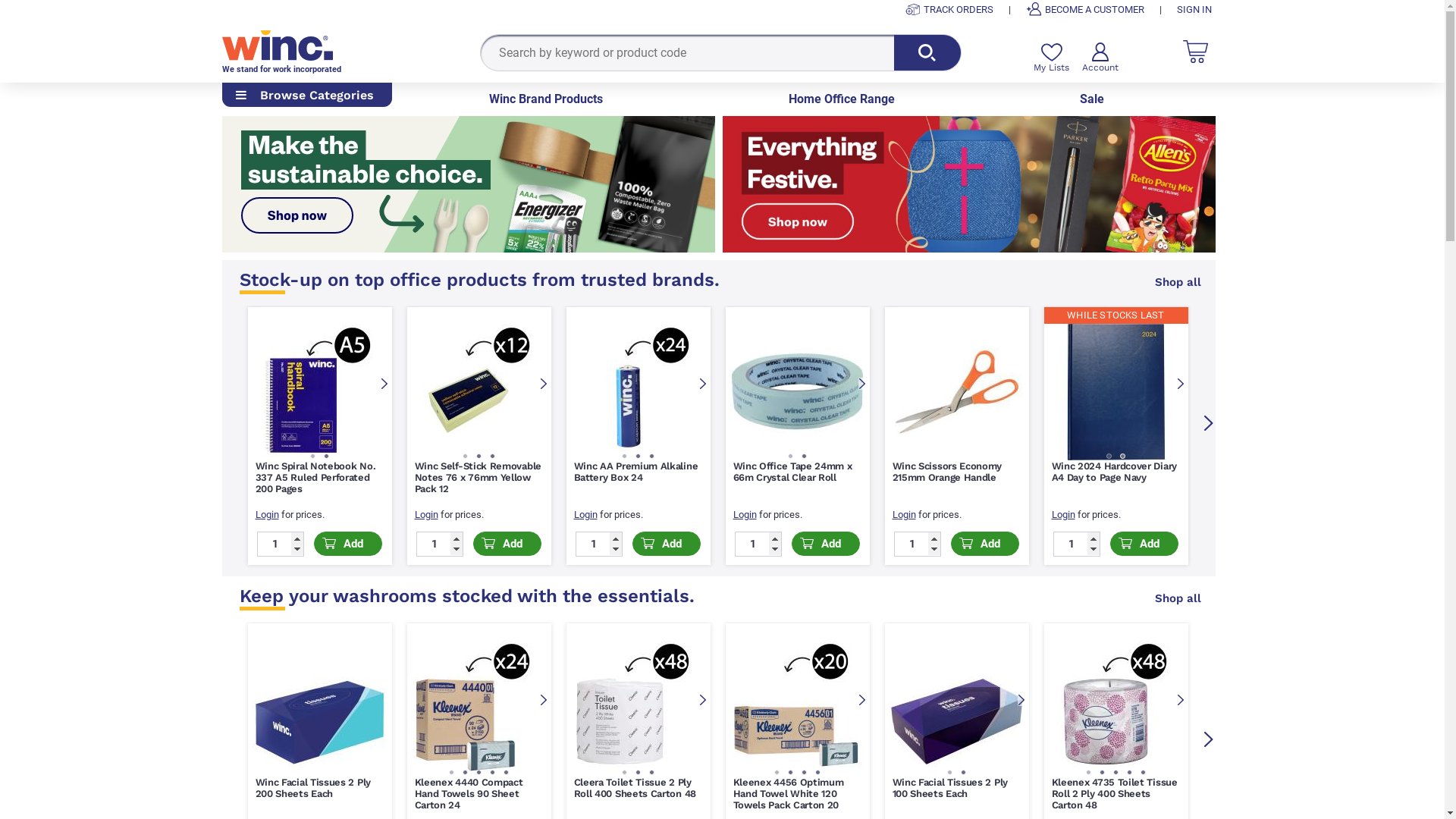 The height and width of the screenshot is (819, 1456). Describe the element at coordinates (1050, 57) in the screenshot. I see `'My Lists'` at that location.